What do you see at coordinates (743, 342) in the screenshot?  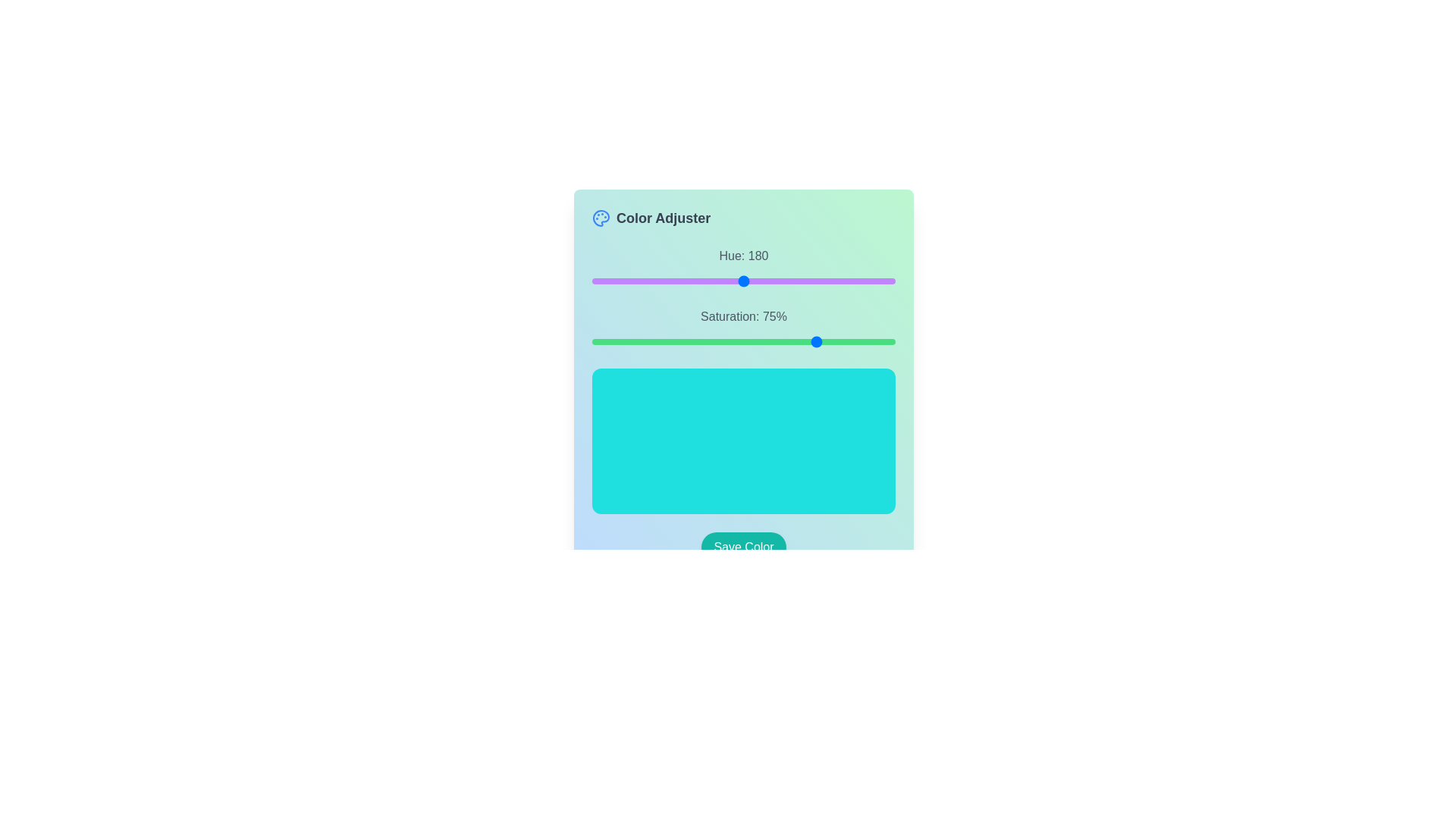 I see `the range slider styled with a green track and a blue circular handle at its 75% mark, which is located below the label 'Saturation: 75%'` at bounding box center [743, 342].